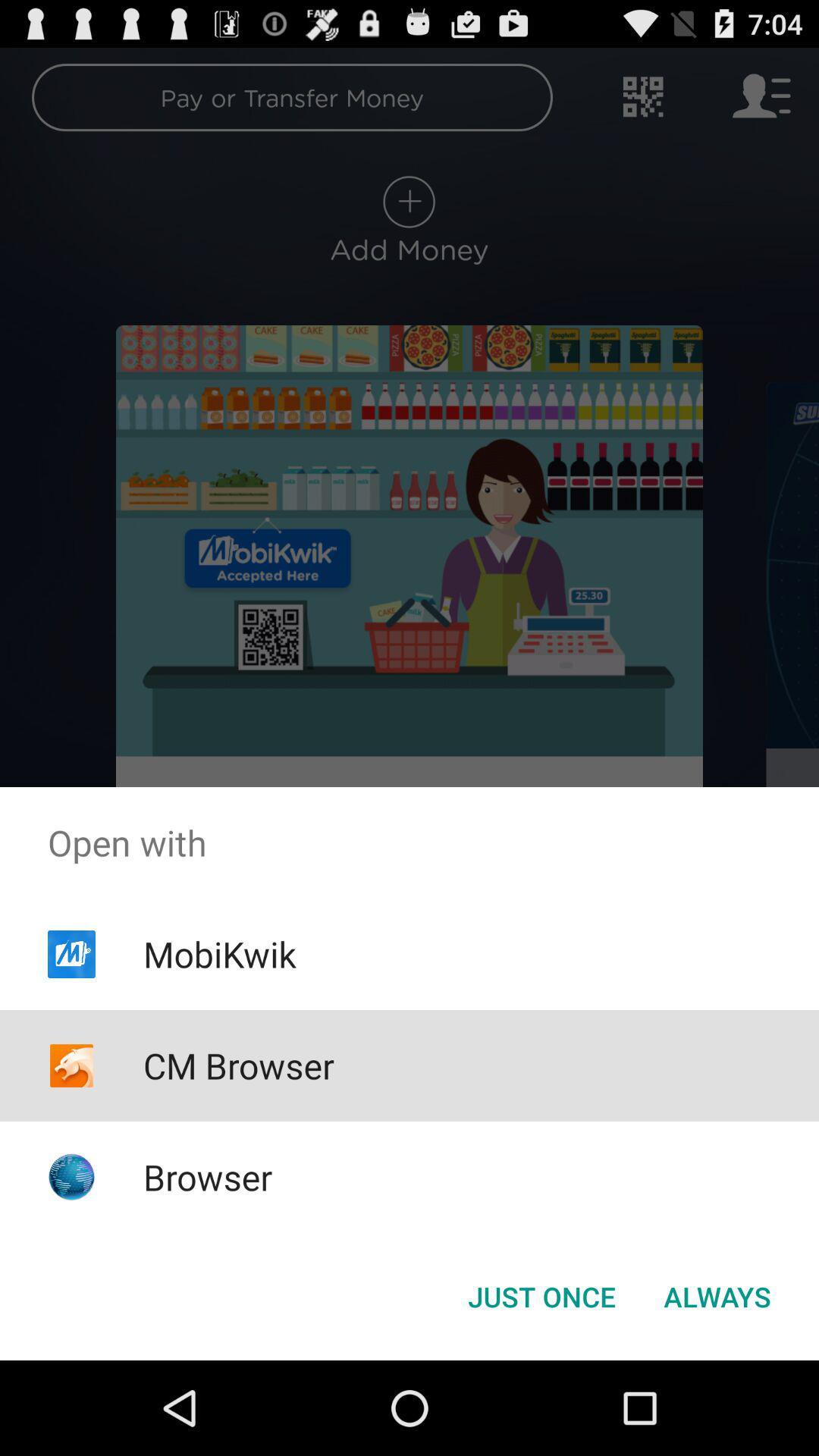  What do you see at coordinates (219, 953) in the screenshot?
I see `mobikwik` at bounding box center [219, 953].